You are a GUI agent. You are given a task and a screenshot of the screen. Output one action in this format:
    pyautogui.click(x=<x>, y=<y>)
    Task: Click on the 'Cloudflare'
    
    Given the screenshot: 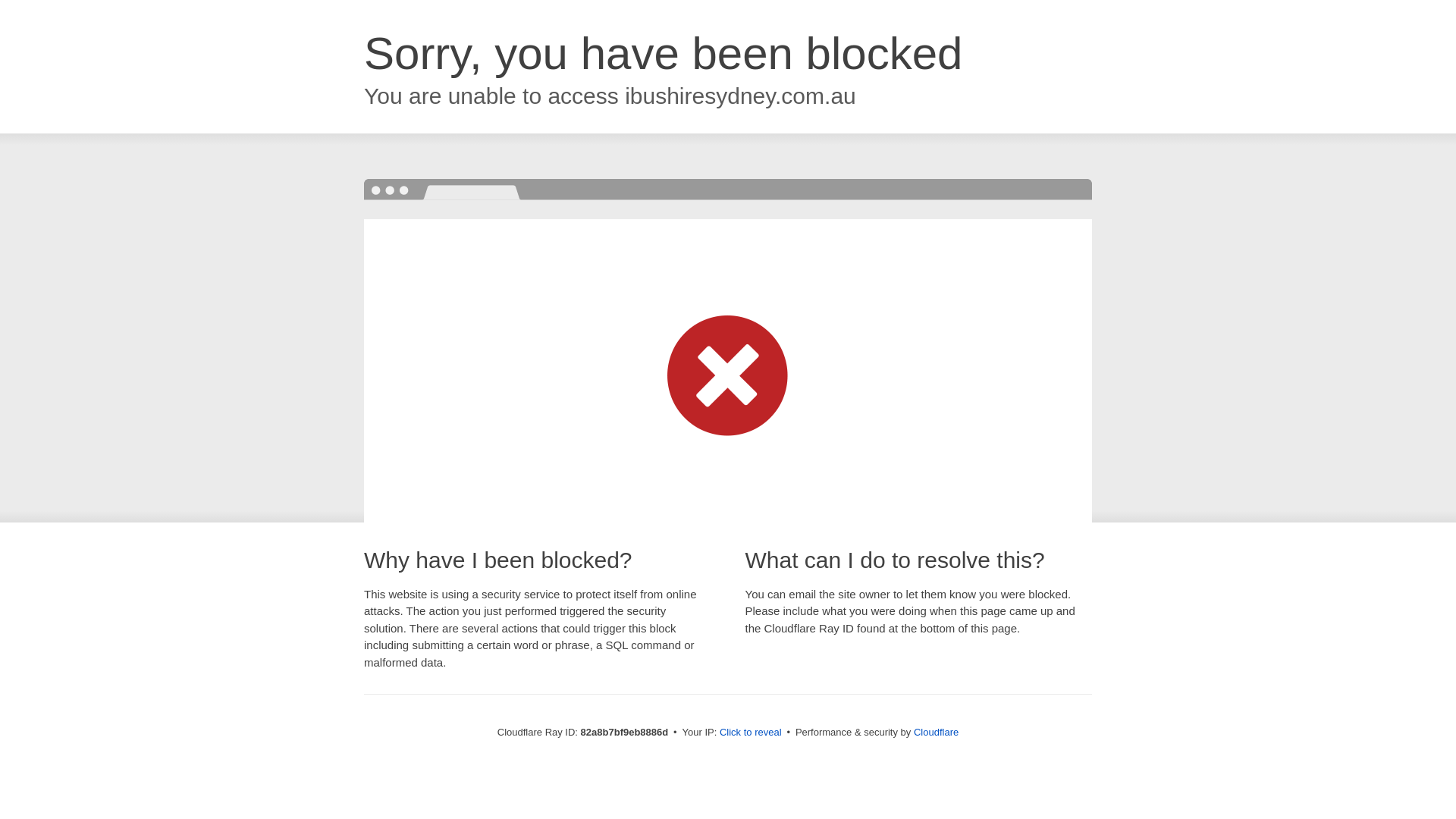 What is the action you would take?
    pyautogui.click(x=935, y=731)
    